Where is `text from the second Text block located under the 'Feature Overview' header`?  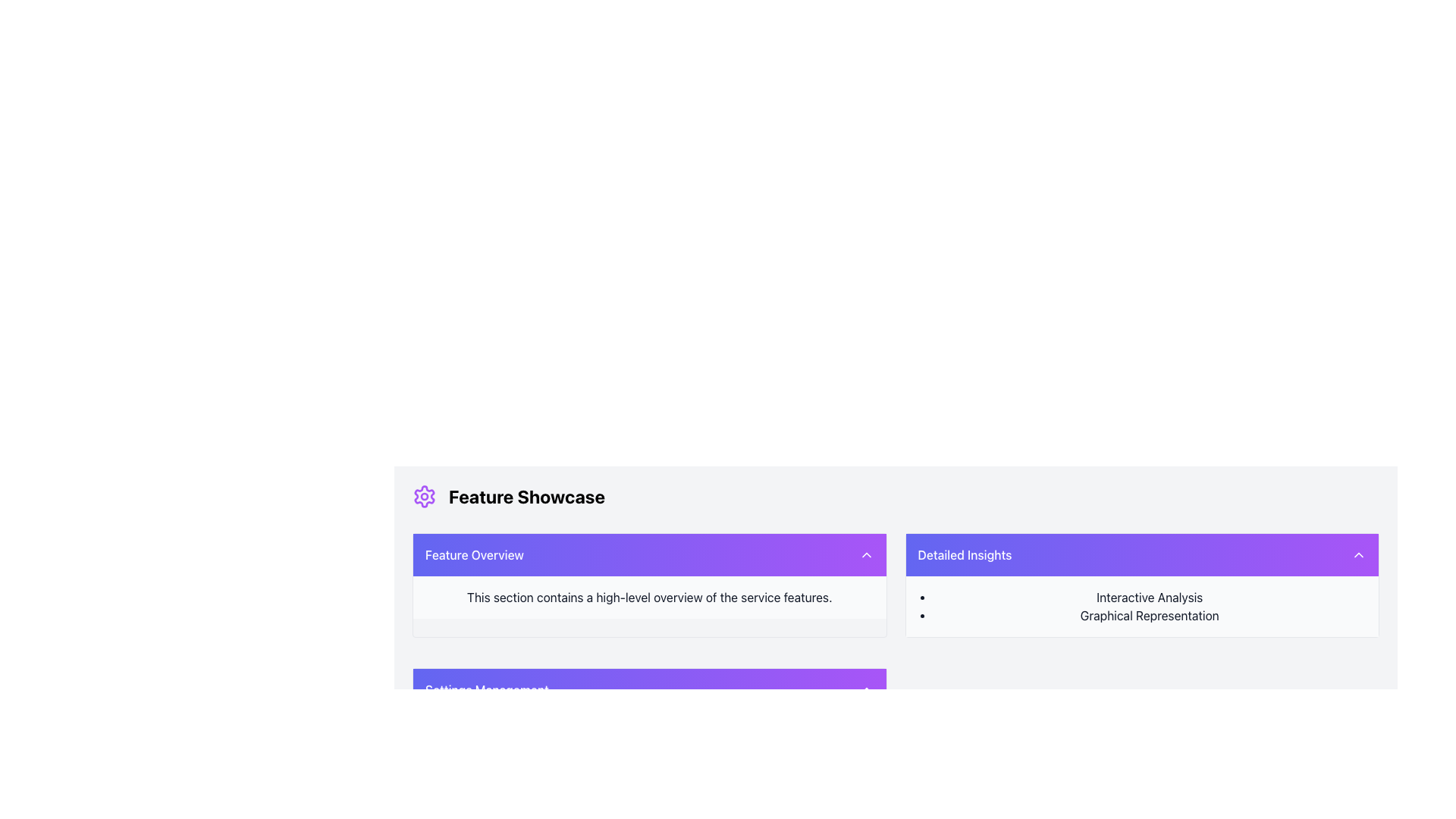 text from the second Text block located under the 'Feature Overview' header is located at coordinates (649, 596).